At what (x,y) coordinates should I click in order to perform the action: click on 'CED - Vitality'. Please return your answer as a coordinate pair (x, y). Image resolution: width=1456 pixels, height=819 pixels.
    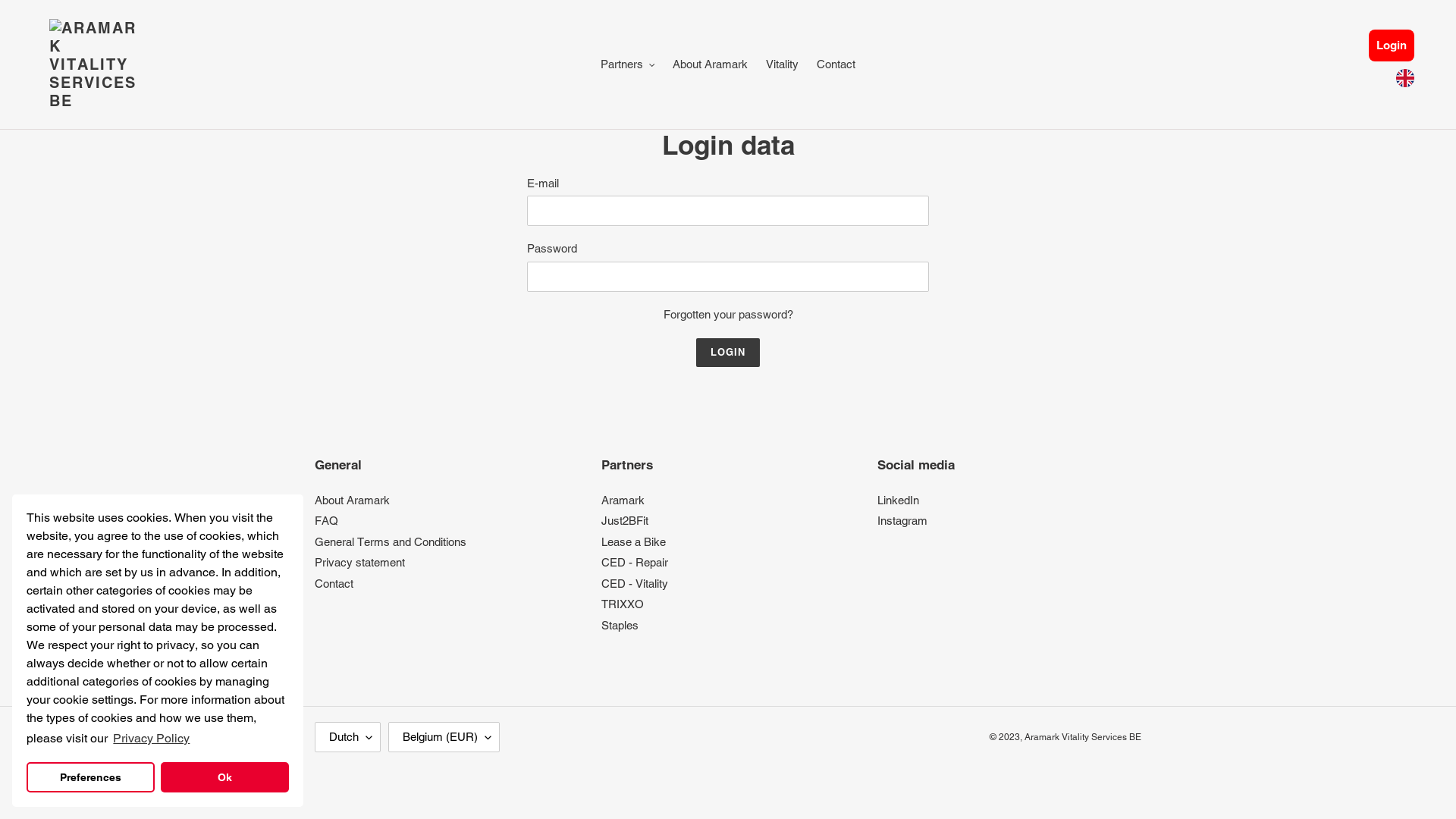
    Looking at the image, I should click on (634, 582).